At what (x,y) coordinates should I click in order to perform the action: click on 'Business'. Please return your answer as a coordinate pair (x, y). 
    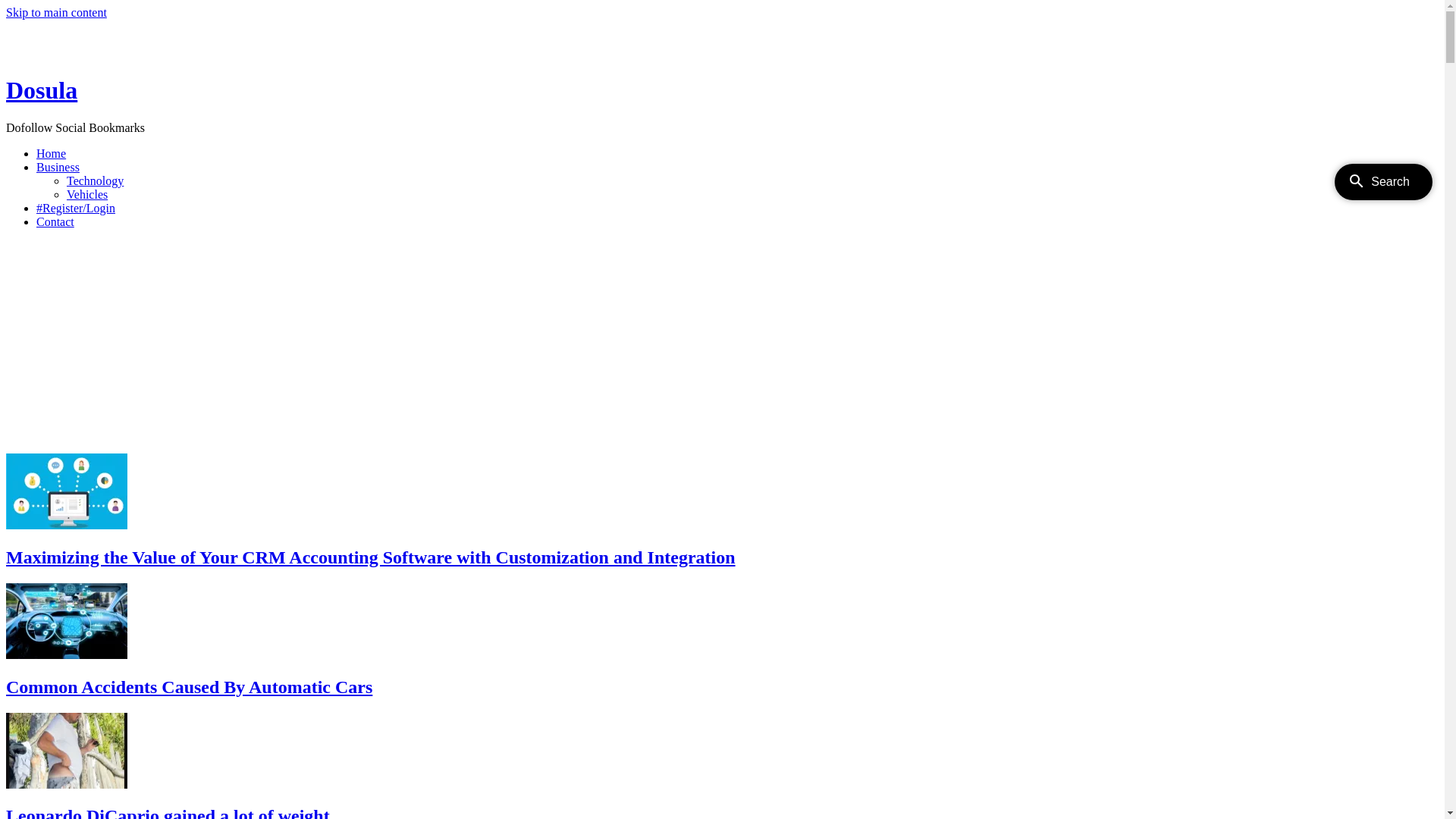
    Looking at the image, I should click on (58, 167).